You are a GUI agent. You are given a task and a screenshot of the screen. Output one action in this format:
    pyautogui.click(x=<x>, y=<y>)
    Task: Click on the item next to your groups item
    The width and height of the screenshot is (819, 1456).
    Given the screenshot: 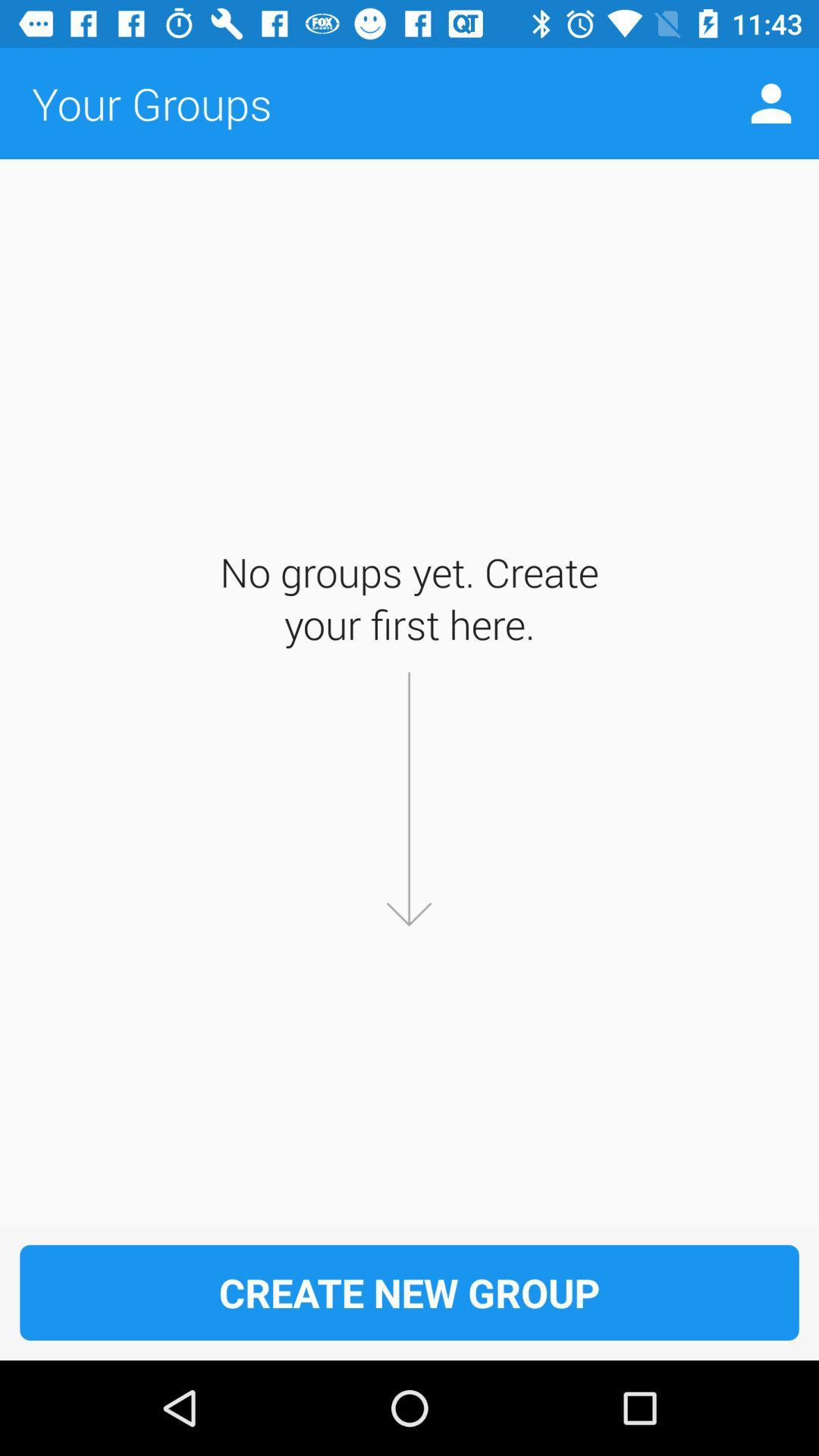 What is the action you would take?
    pyautogui.click(x=771, y=102)
    